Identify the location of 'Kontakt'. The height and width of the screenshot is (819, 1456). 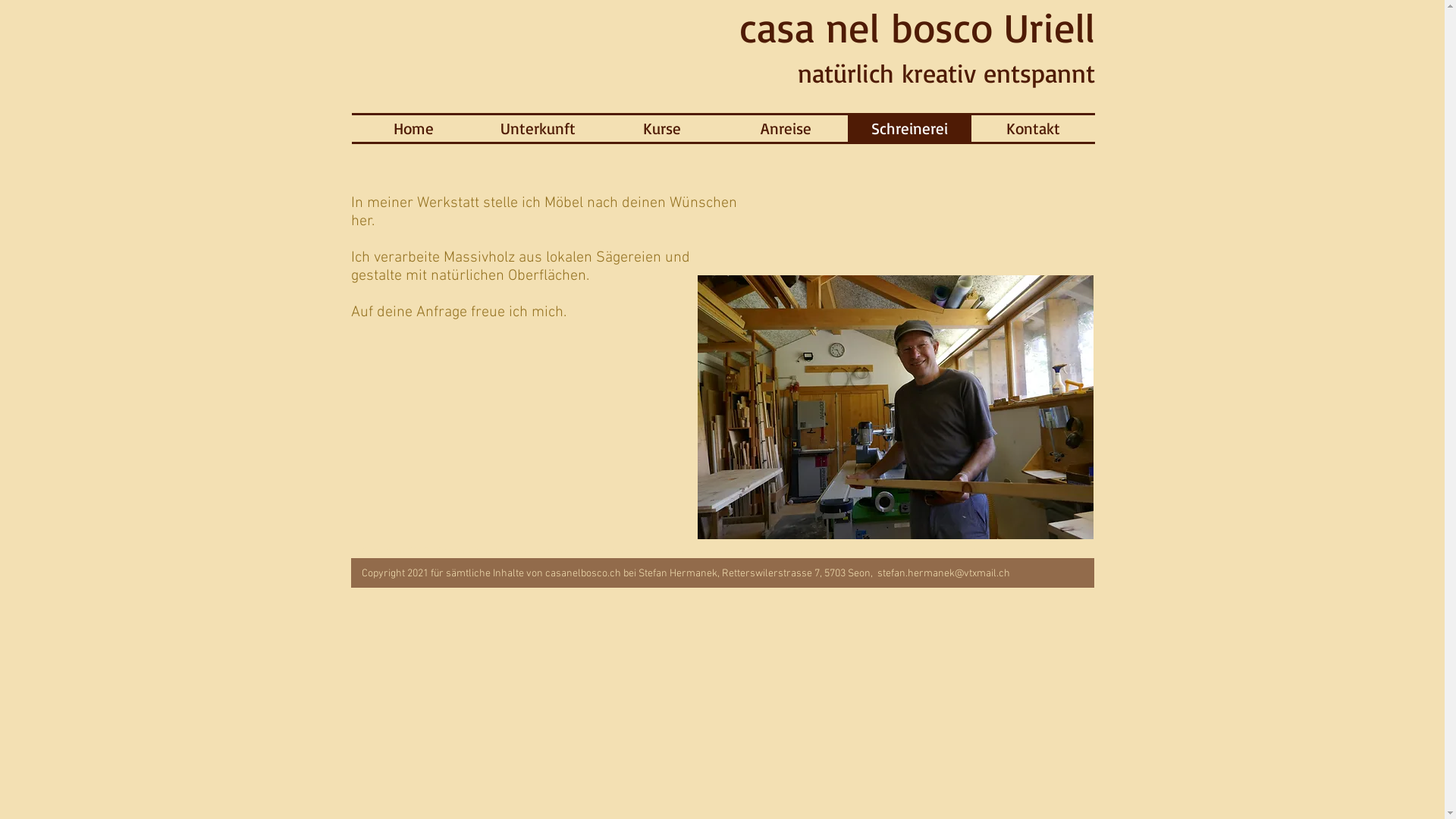
(1031, 127).